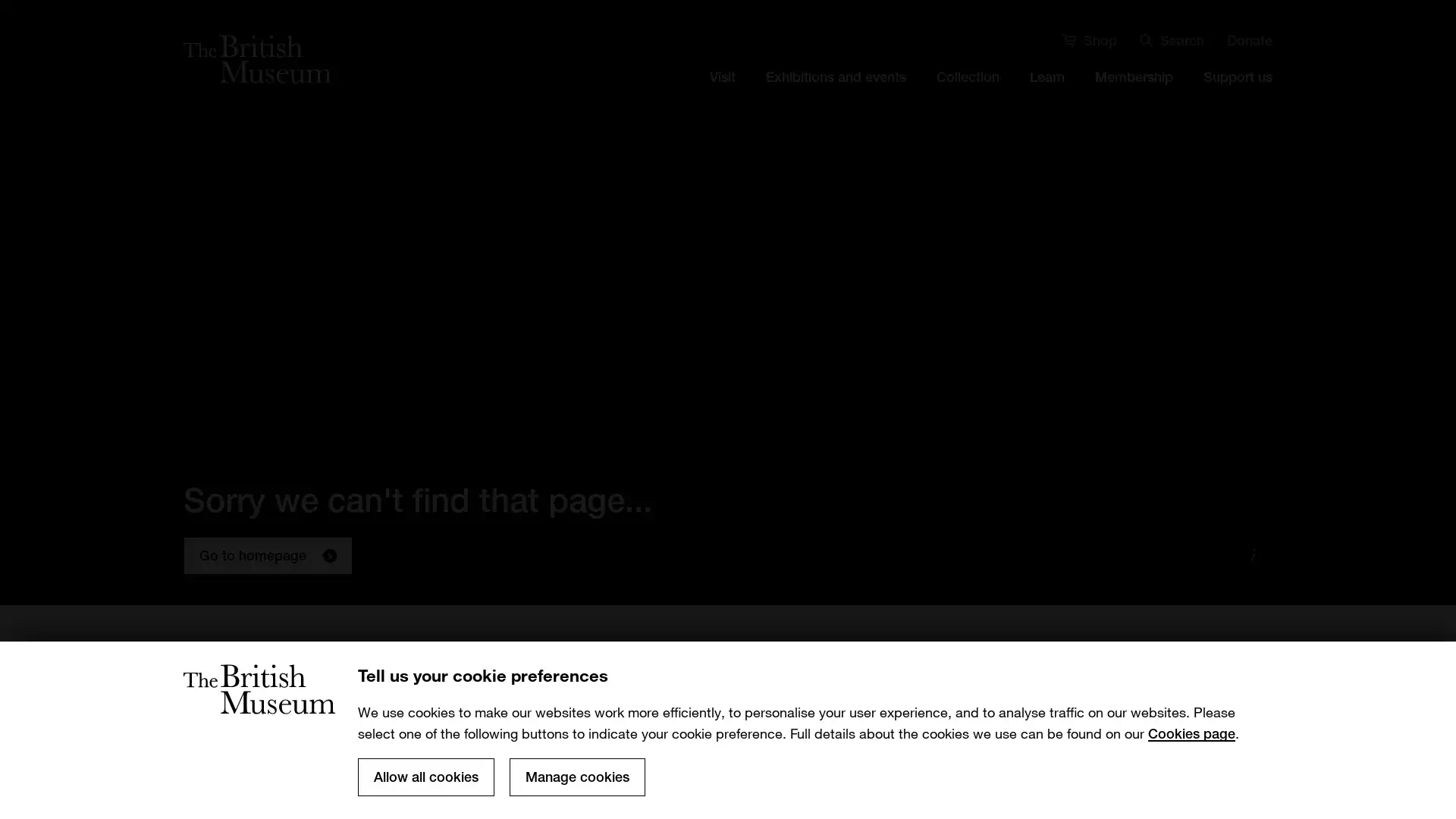 The image size is (1456, 819). Describe the element at coordinates (1046, 105) in the screenshot. I see `Toggle Learn submenu` at that location.